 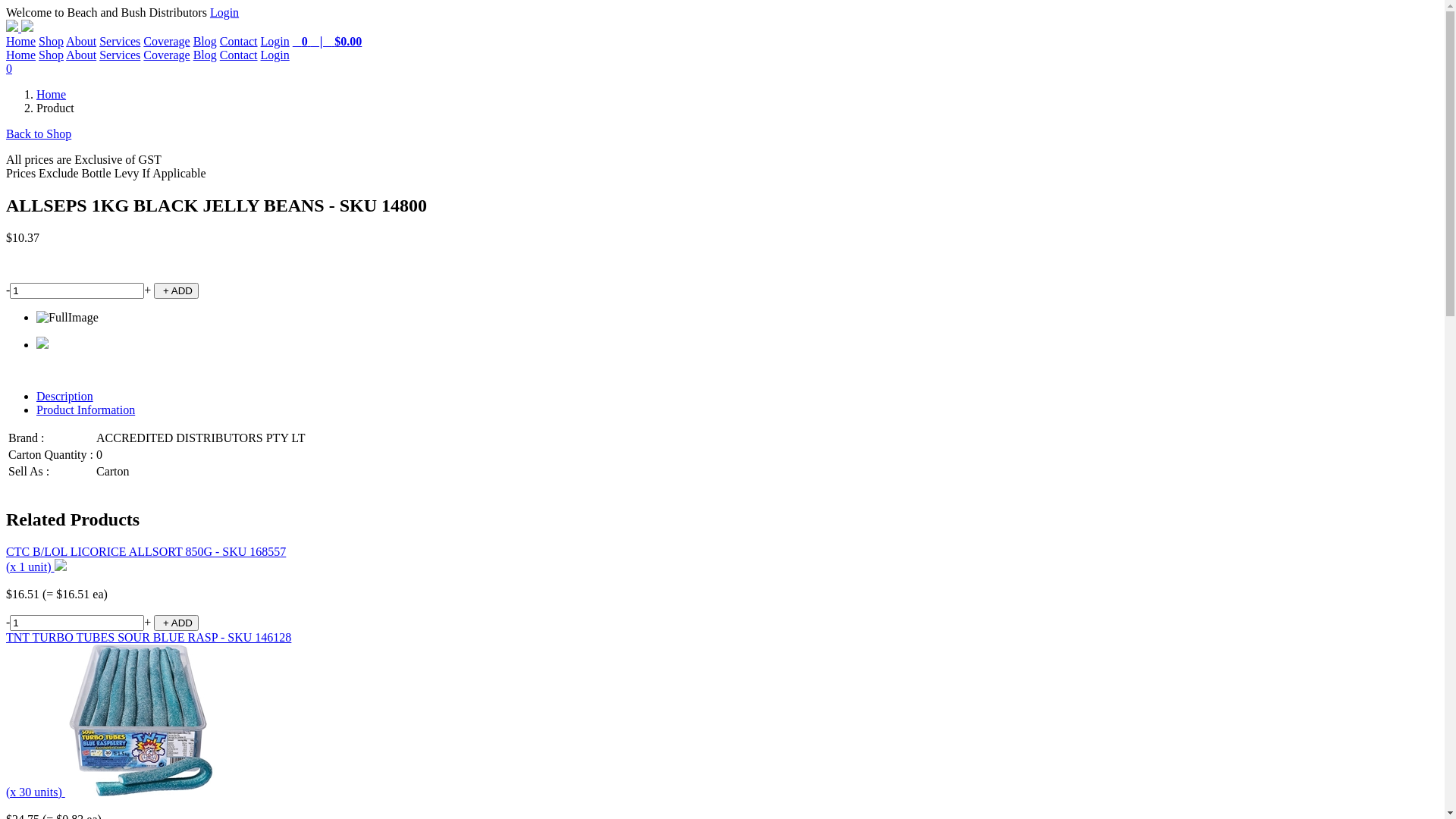 I want to click on 'Home', so click(x=20, y=40).